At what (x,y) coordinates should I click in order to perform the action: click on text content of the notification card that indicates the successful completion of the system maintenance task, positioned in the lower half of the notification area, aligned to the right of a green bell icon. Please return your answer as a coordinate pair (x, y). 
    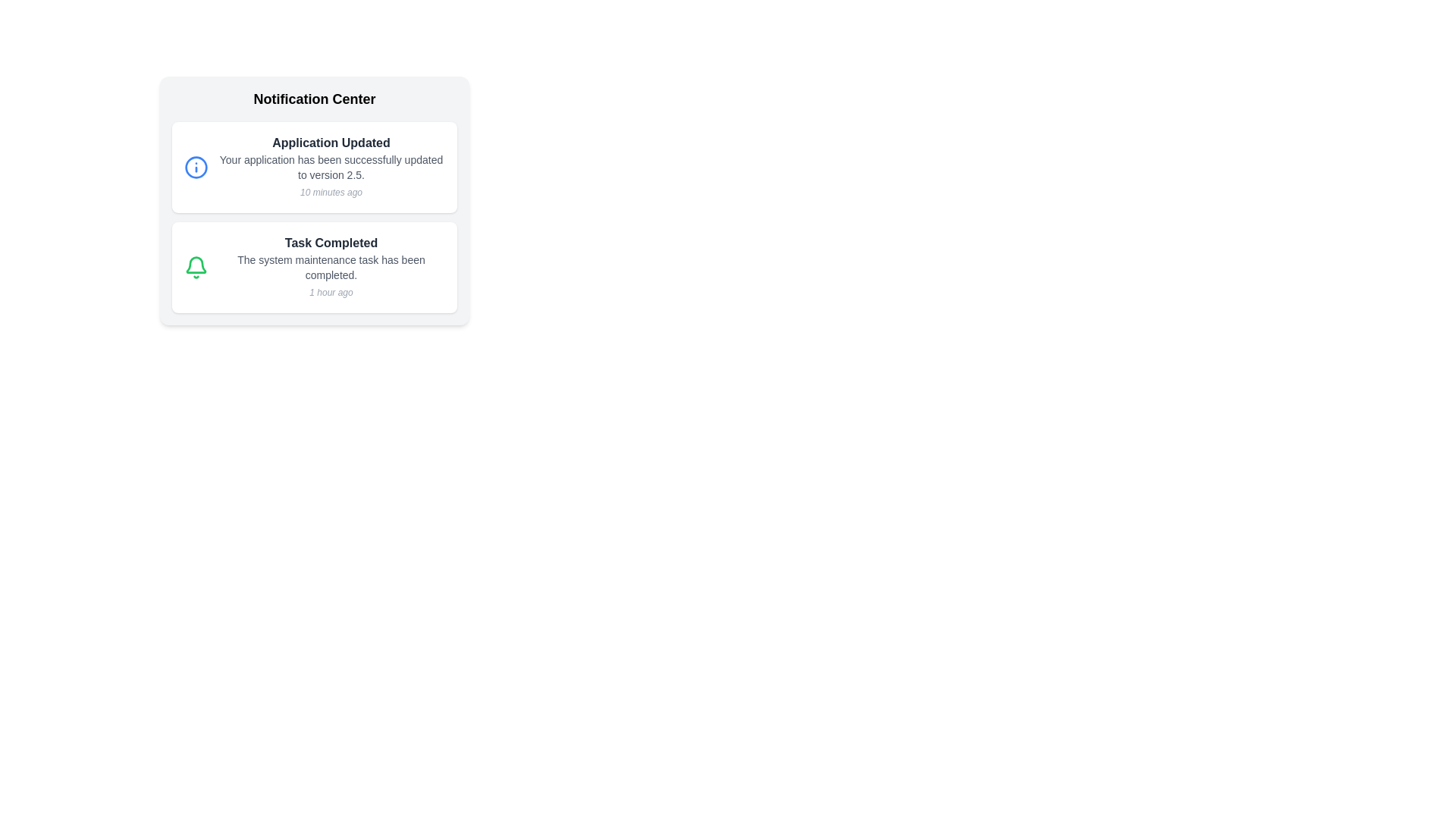
    Looking at the image, I should click on (330, 267).